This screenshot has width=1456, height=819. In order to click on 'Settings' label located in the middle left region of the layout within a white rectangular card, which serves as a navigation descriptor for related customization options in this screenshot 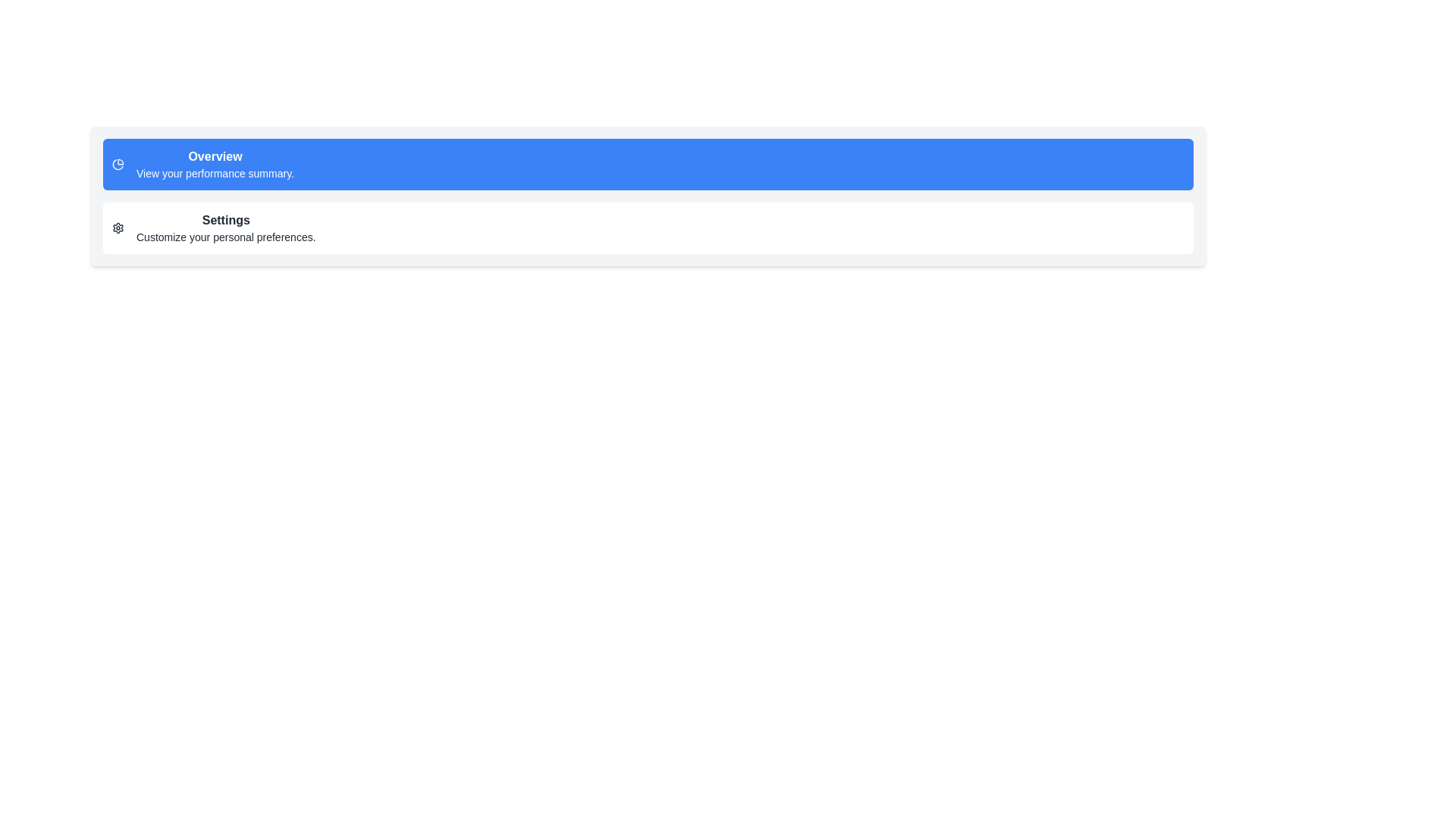, I will do `click(225, 227)`.